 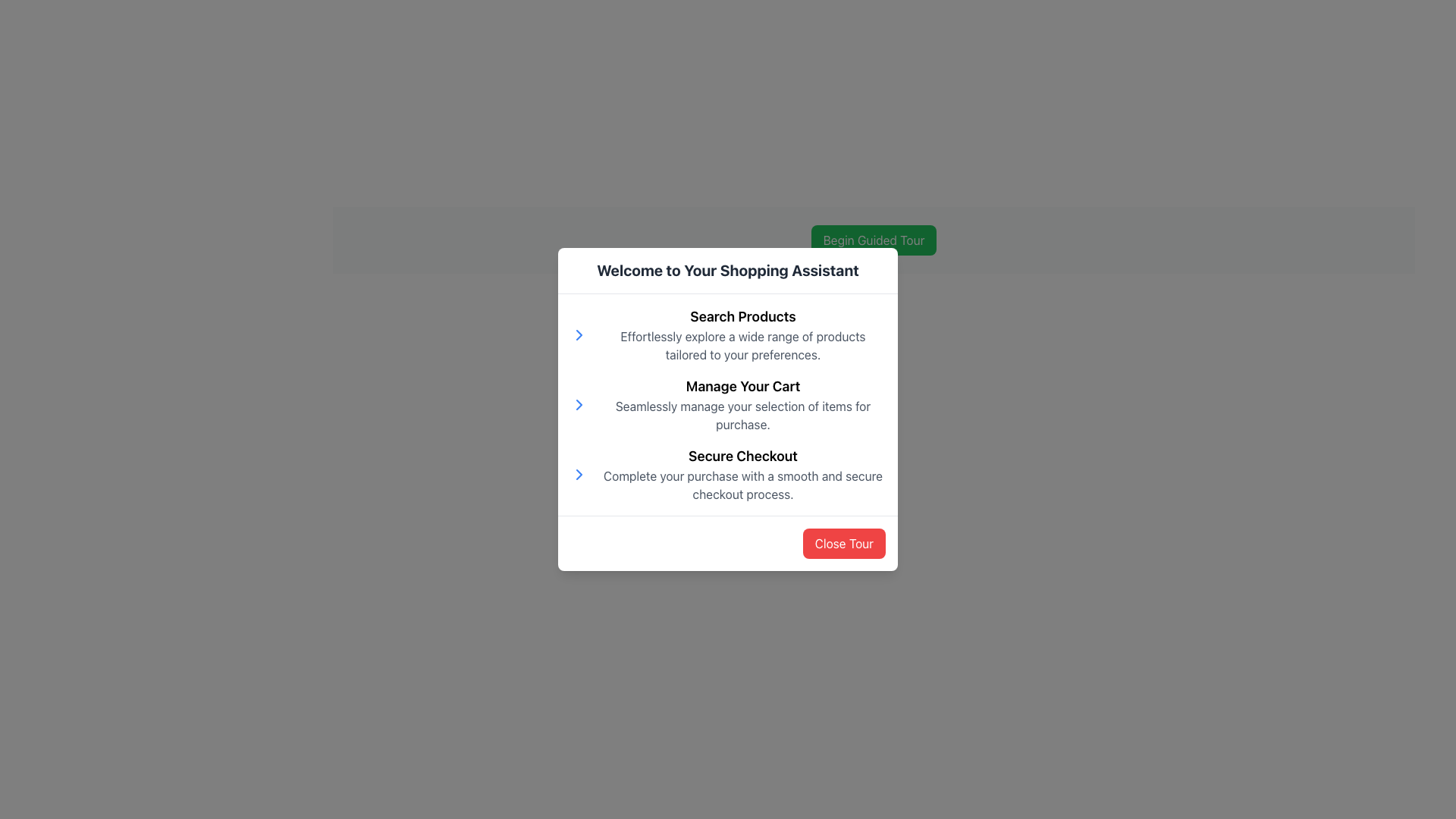 What do you see at coordinates (578, 334) in the screenshot?
I see `the chevron icon located to the immediate left of the 'Search Products' text in the modal window` at bounding box center [578, 334].